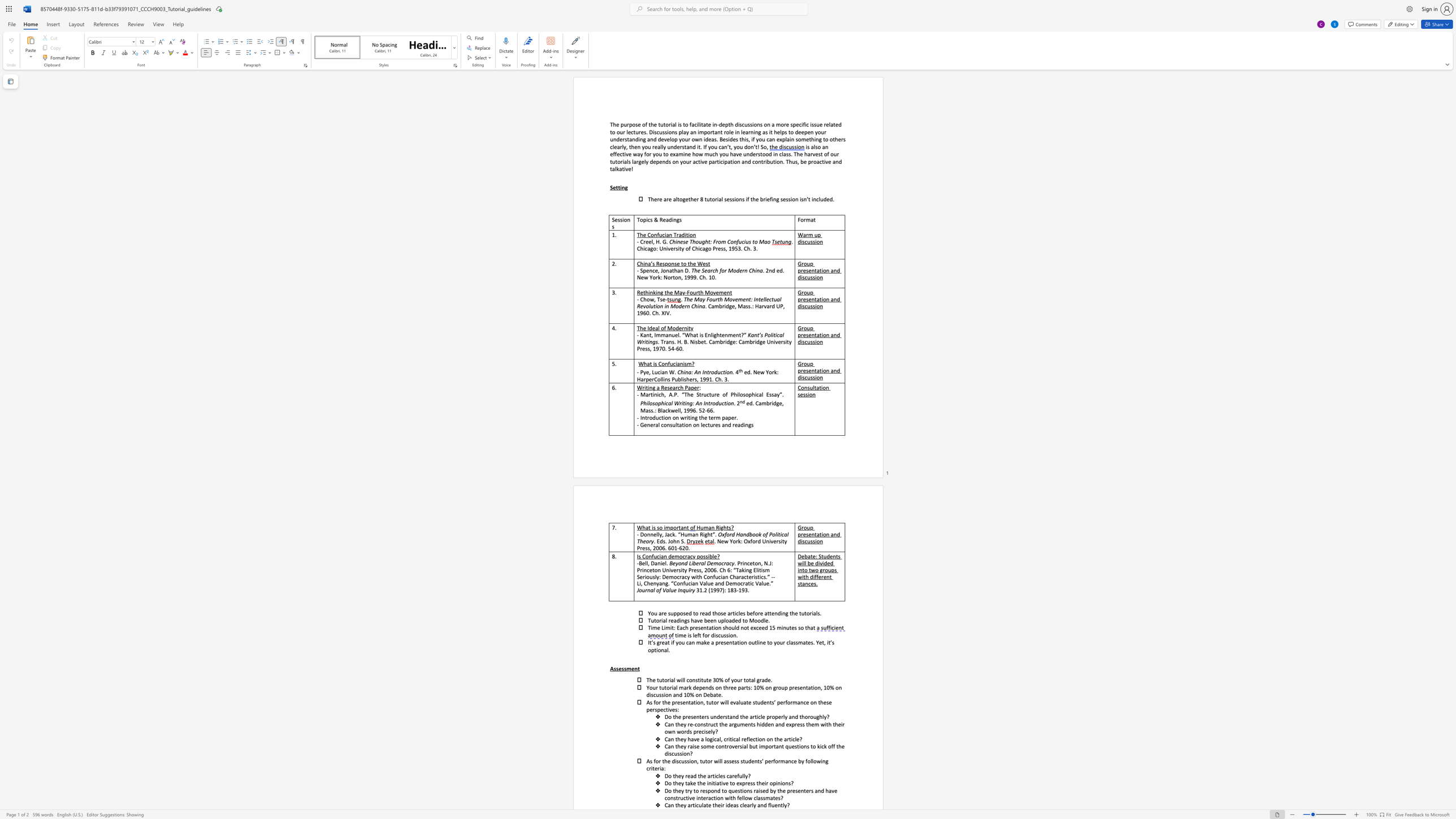  Describe the element at coordinates (671, 804) in the screenshot. I see `the subset text "n they articulate their ideas clea" within the text "Can they articulate their ideas clearly and fluently?"` at that location.